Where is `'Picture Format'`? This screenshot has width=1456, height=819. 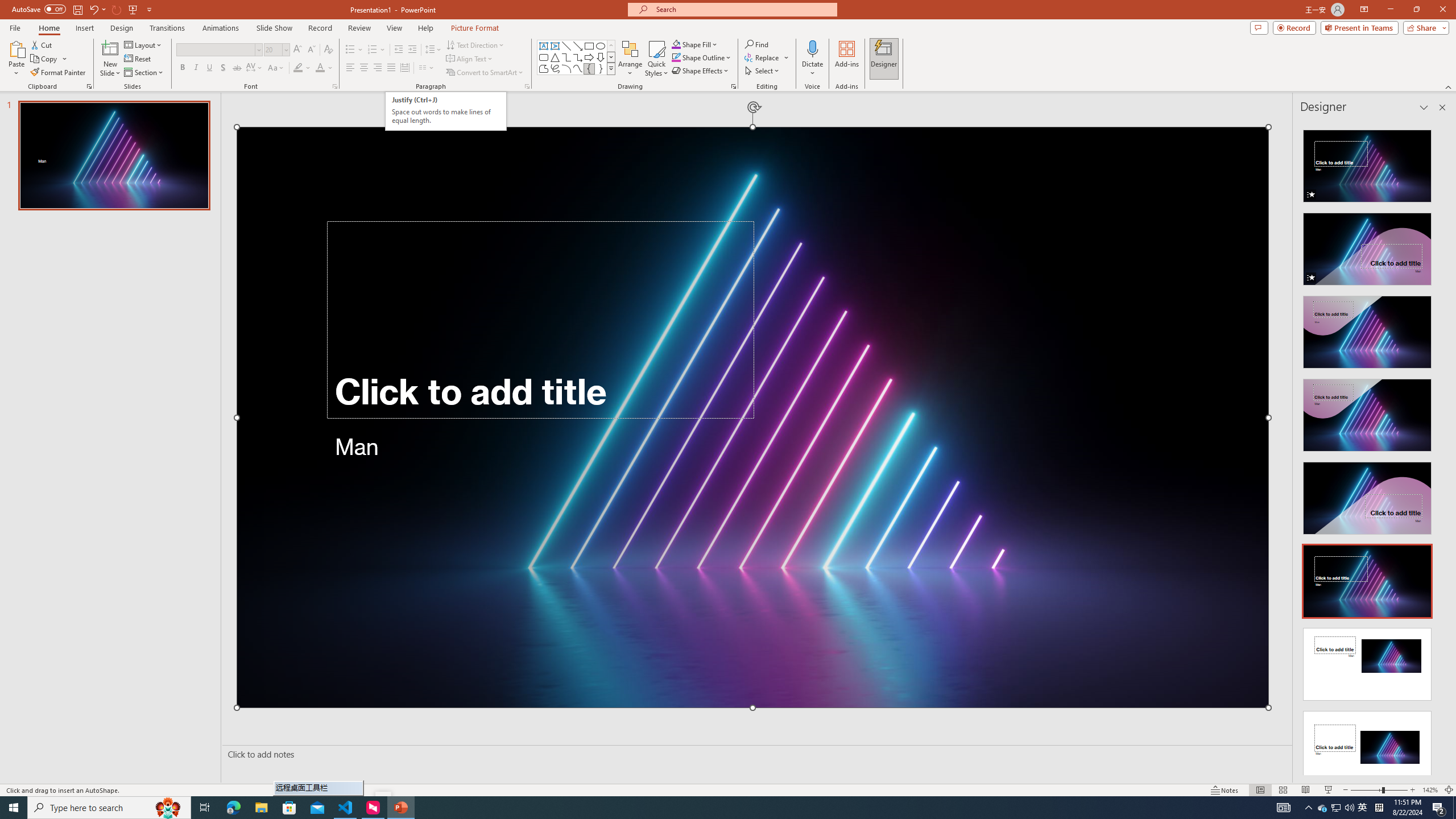
'Picture Format' is located at coordinates (475, 28).